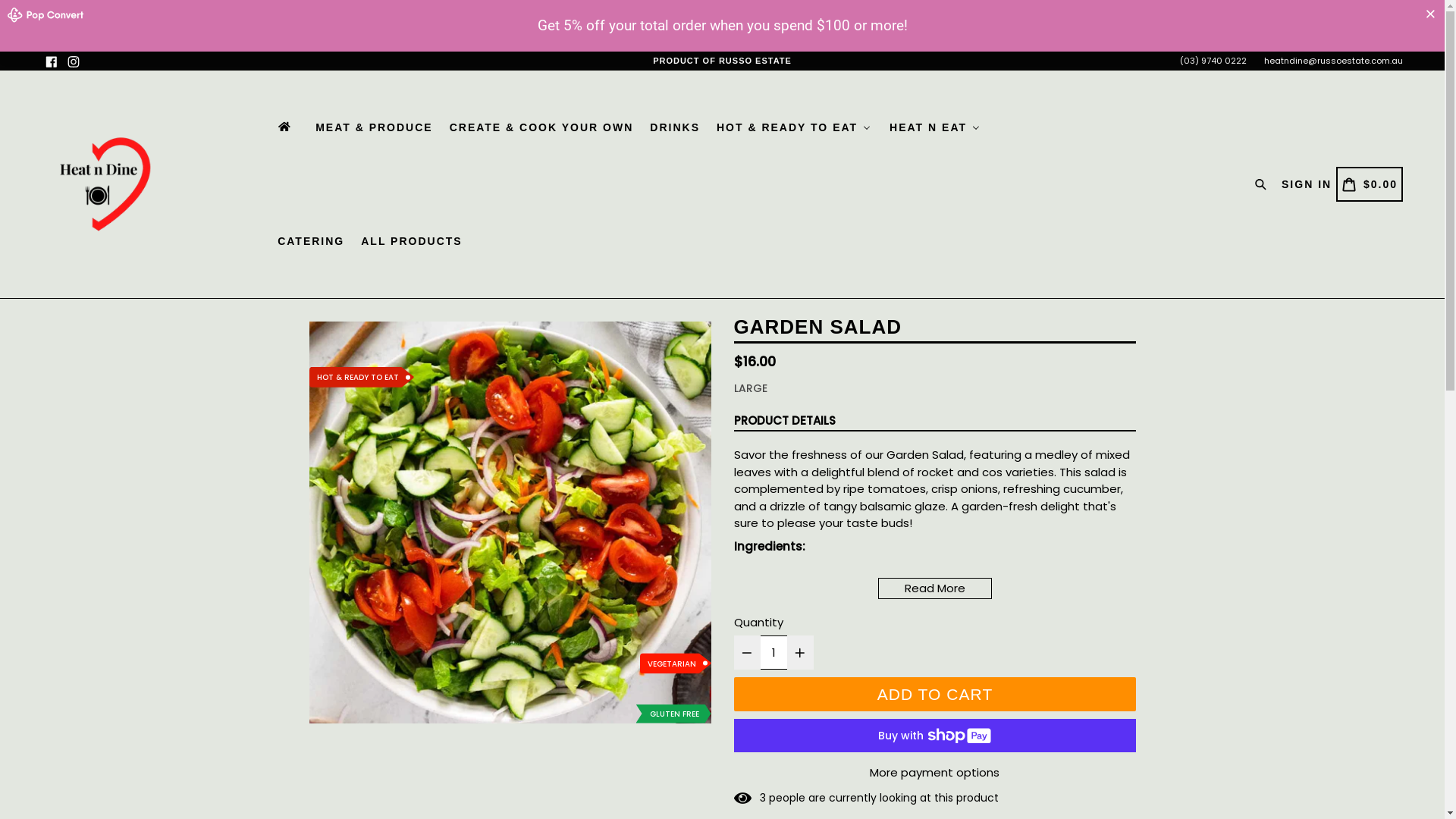  What do you see at coordinates (934, 694) in the screenshot?
I see `'ADD TO CART'` at bounding box center [934, 694].